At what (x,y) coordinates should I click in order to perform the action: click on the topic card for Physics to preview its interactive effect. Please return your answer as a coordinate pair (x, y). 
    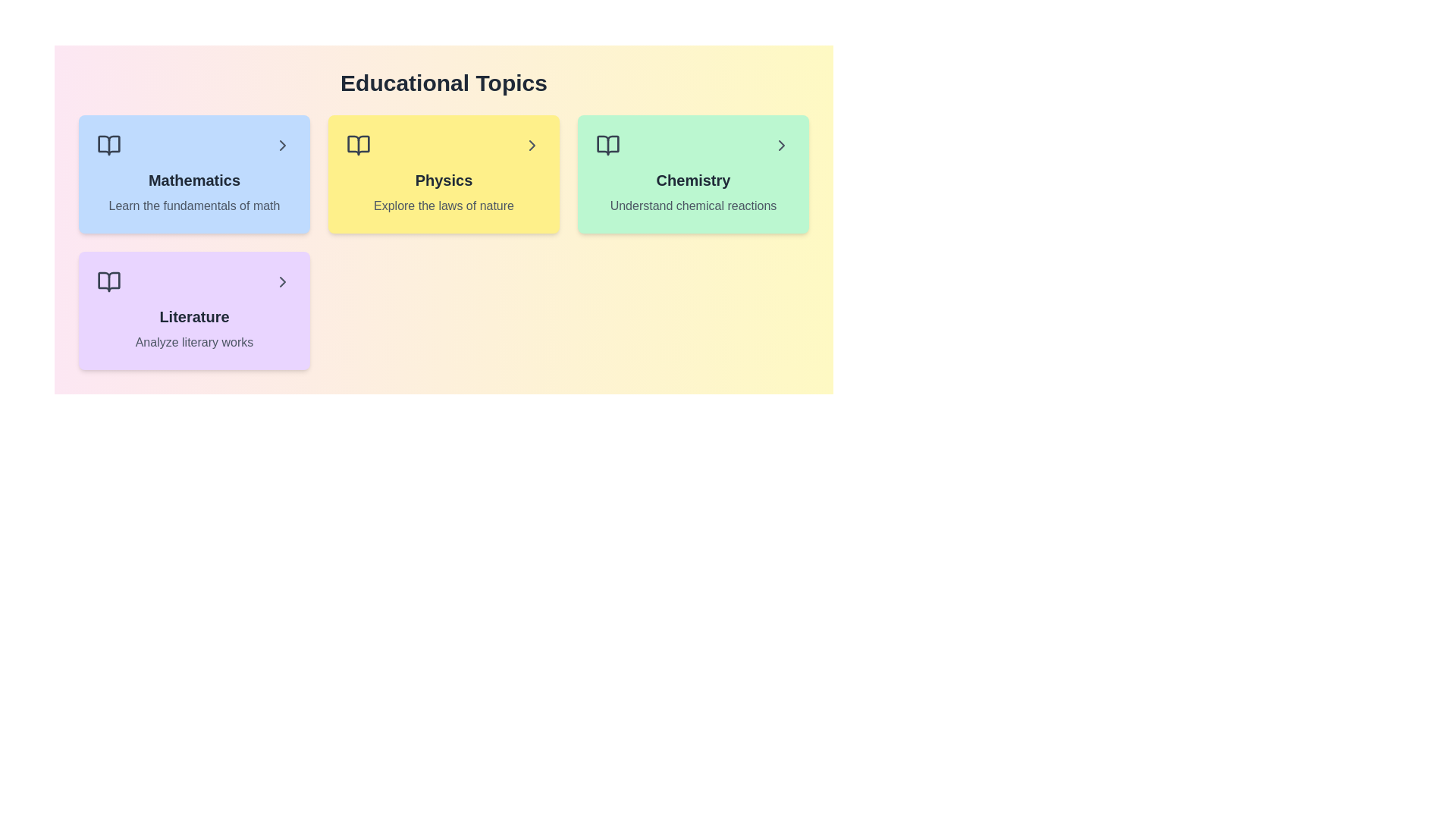
    Looking at the image, I should click on (443, 174).